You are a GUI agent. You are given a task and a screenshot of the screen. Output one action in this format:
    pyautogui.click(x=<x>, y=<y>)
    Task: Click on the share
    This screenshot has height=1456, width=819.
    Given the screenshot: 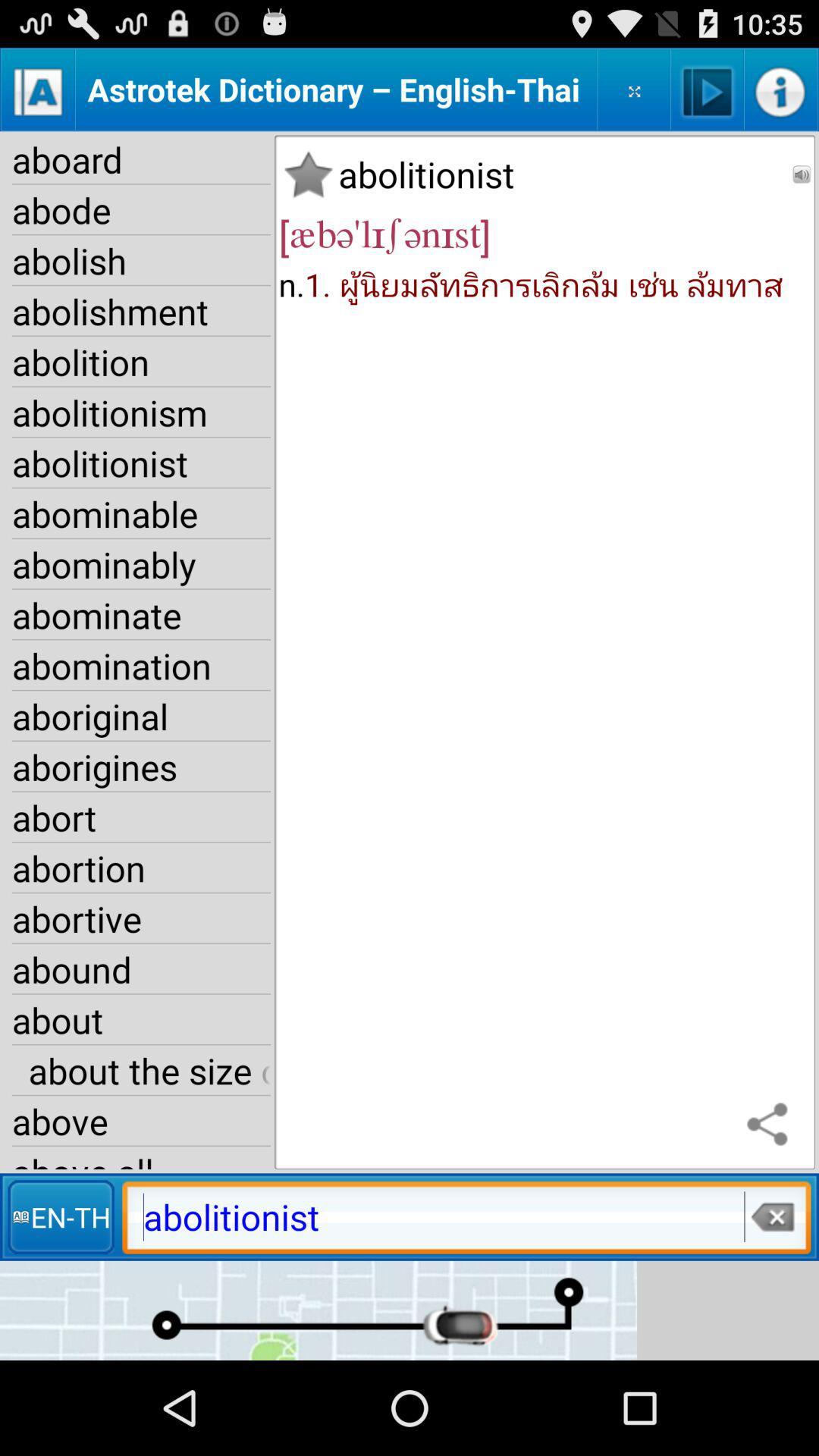 What is the action you would take?
    pyautogui.click(x=771, y=1125)
    